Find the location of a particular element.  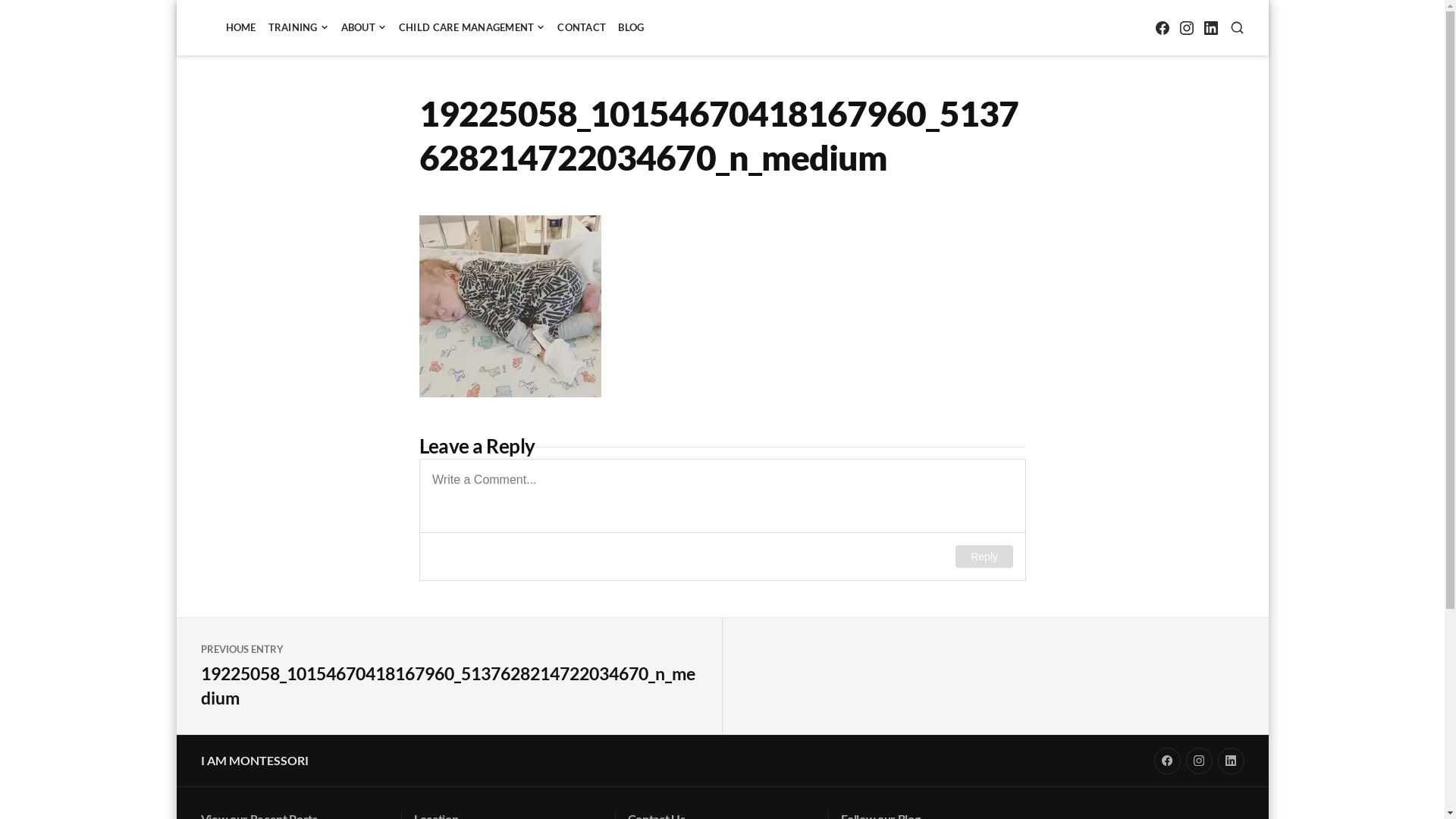

'CHILD CARE MANAGEMENT' is located at coordinates (471, 27).